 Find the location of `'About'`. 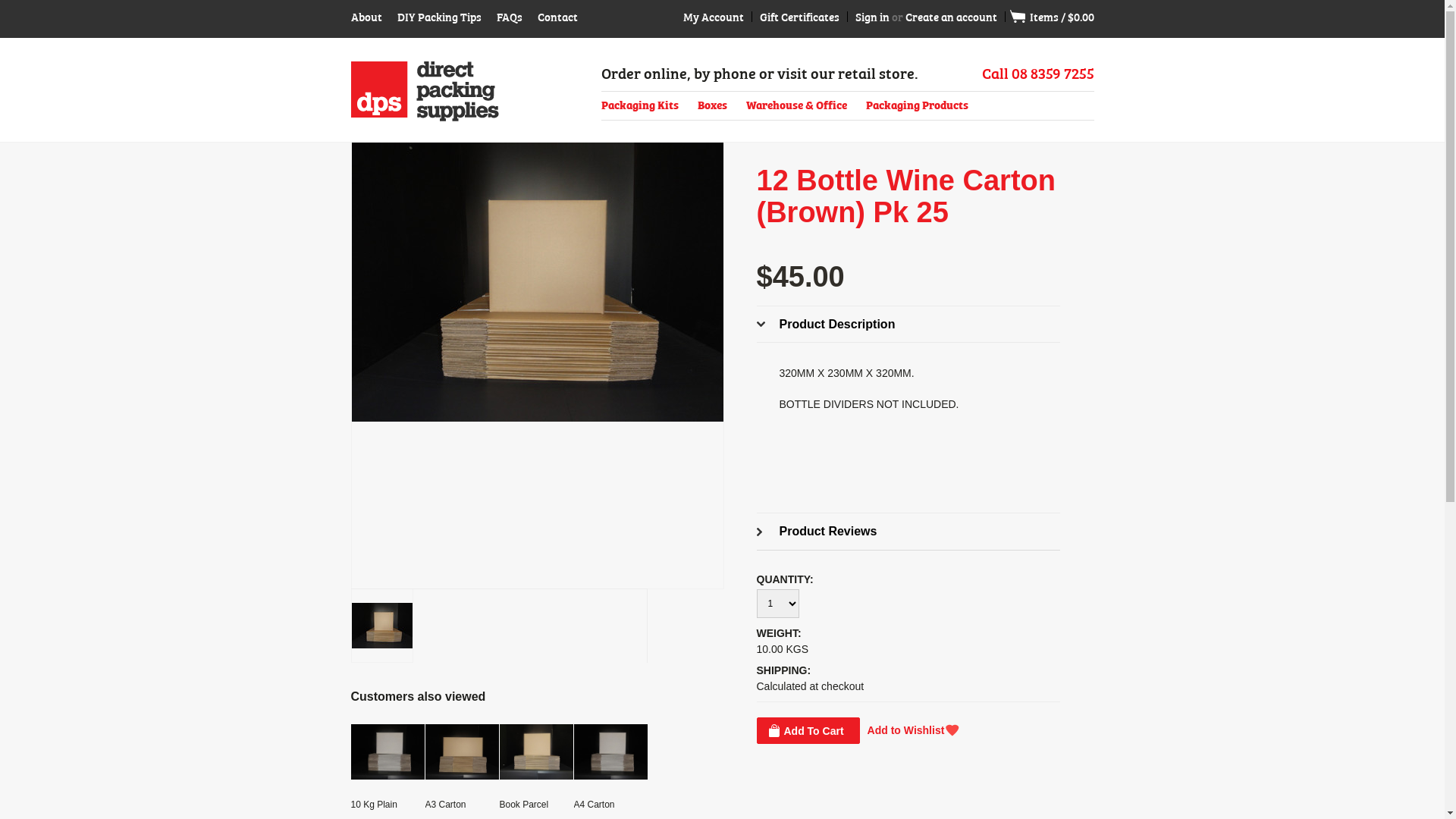

'About' is located at coordinates (366, 16).